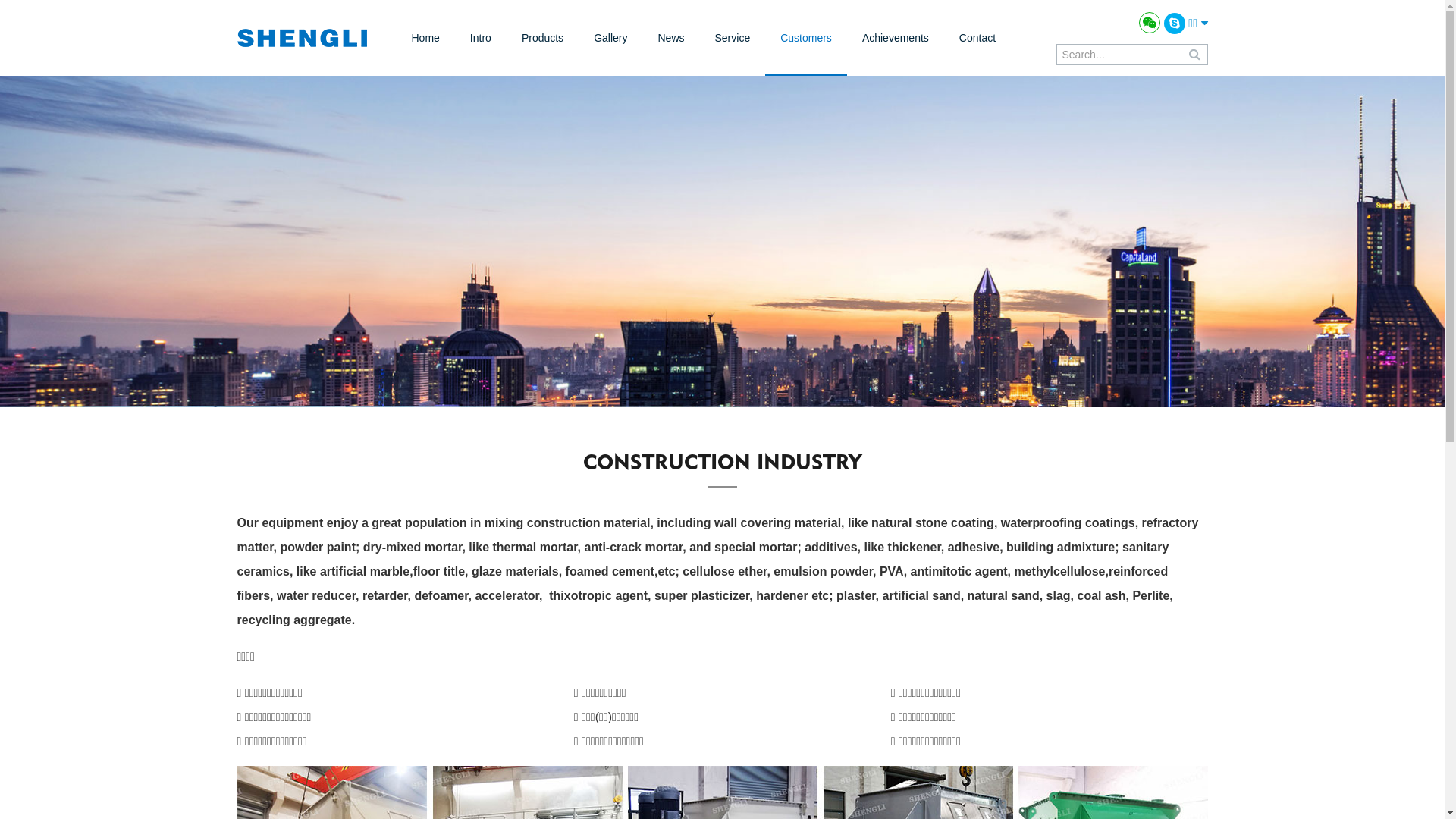 The height and width of the screenshot is (819, 1456). I want to click on 'Service', so click(732, 37).